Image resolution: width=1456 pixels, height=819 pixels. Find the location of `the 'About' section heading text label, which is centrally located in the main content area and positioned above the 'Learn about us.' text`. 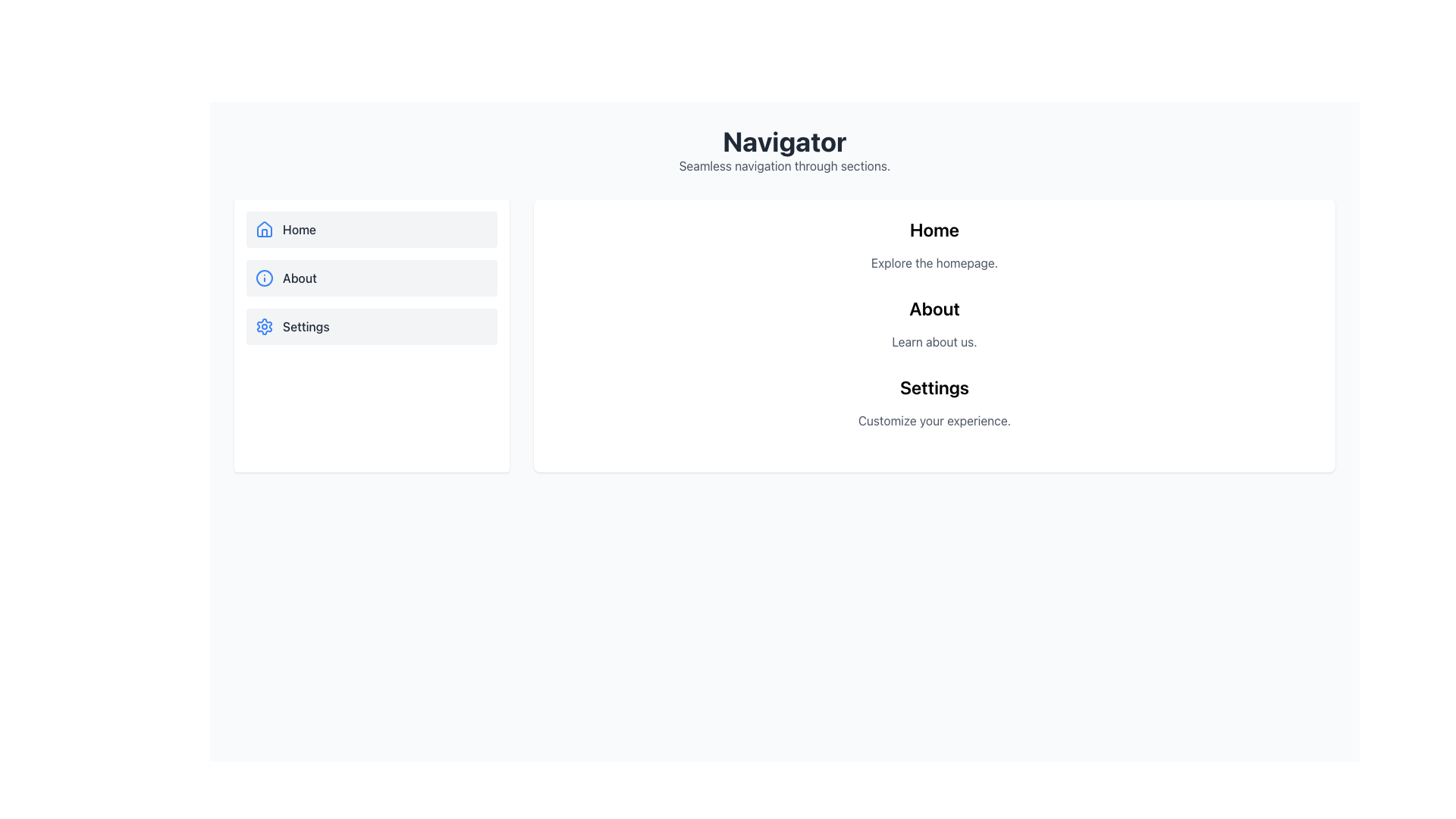

the 'About' section heading text label, which is centrally located in the main content area and positioned above the 'Learn about us.' text is located at coordinates (934, 308).